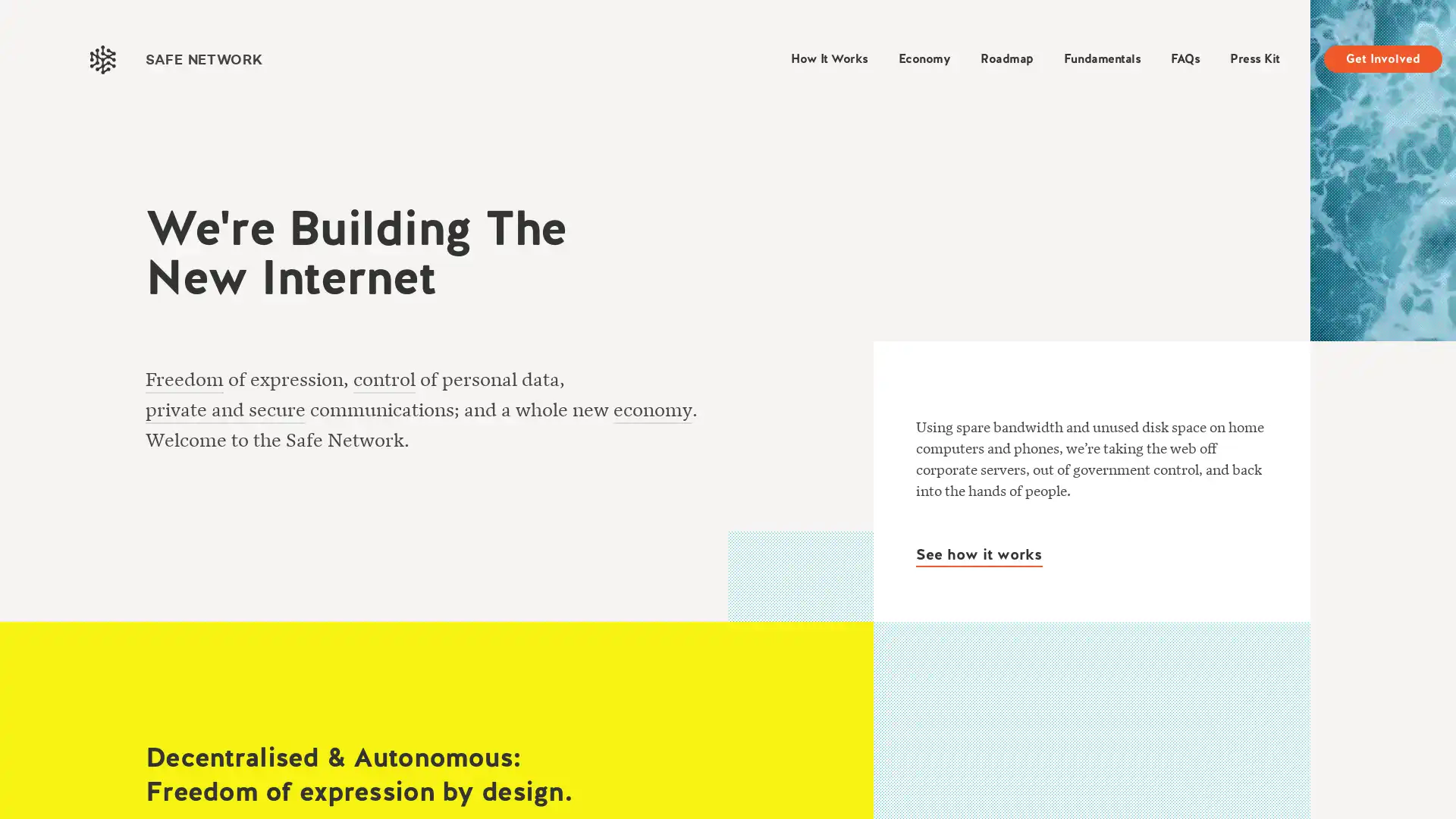 The height and width of the screenshot is (819, 1456). Describe the element at coordinates (1383, 58) in the screenshot. I see `Get Involved` at that location.